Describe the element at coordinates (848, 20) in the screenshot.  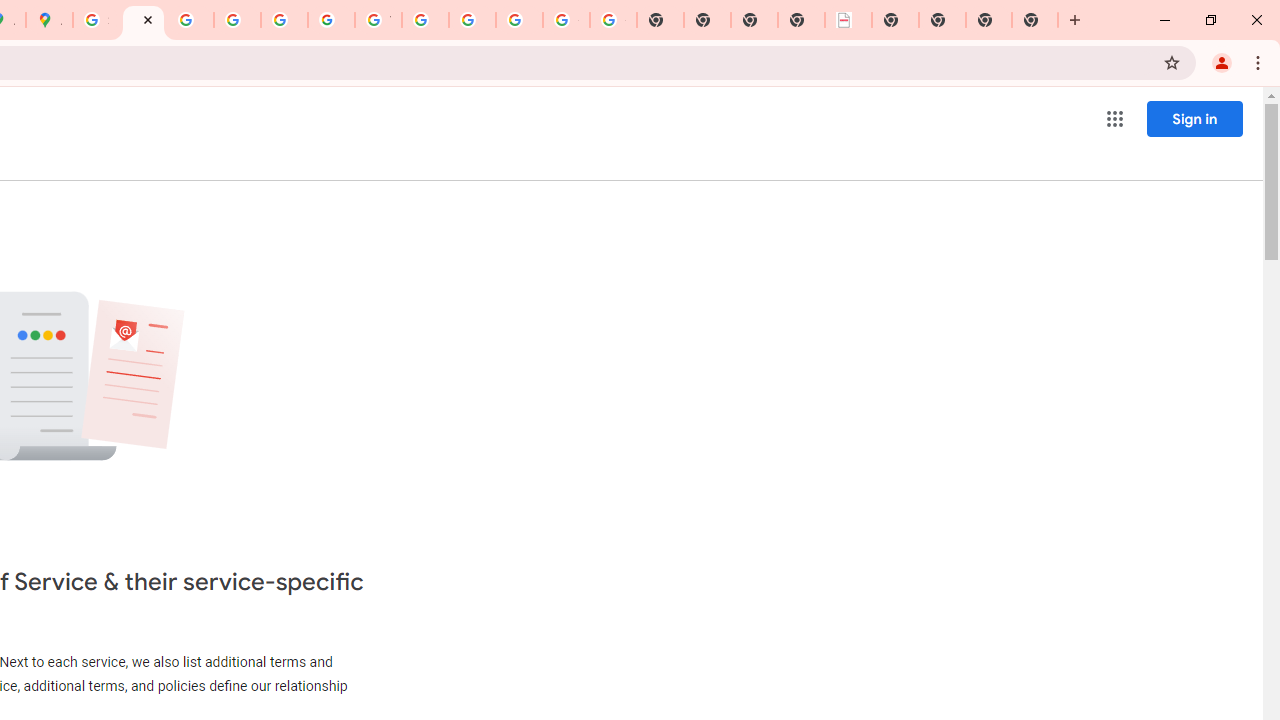
I see `'LAAD Defence & Security 2025 | BAE Systems'` at that location.